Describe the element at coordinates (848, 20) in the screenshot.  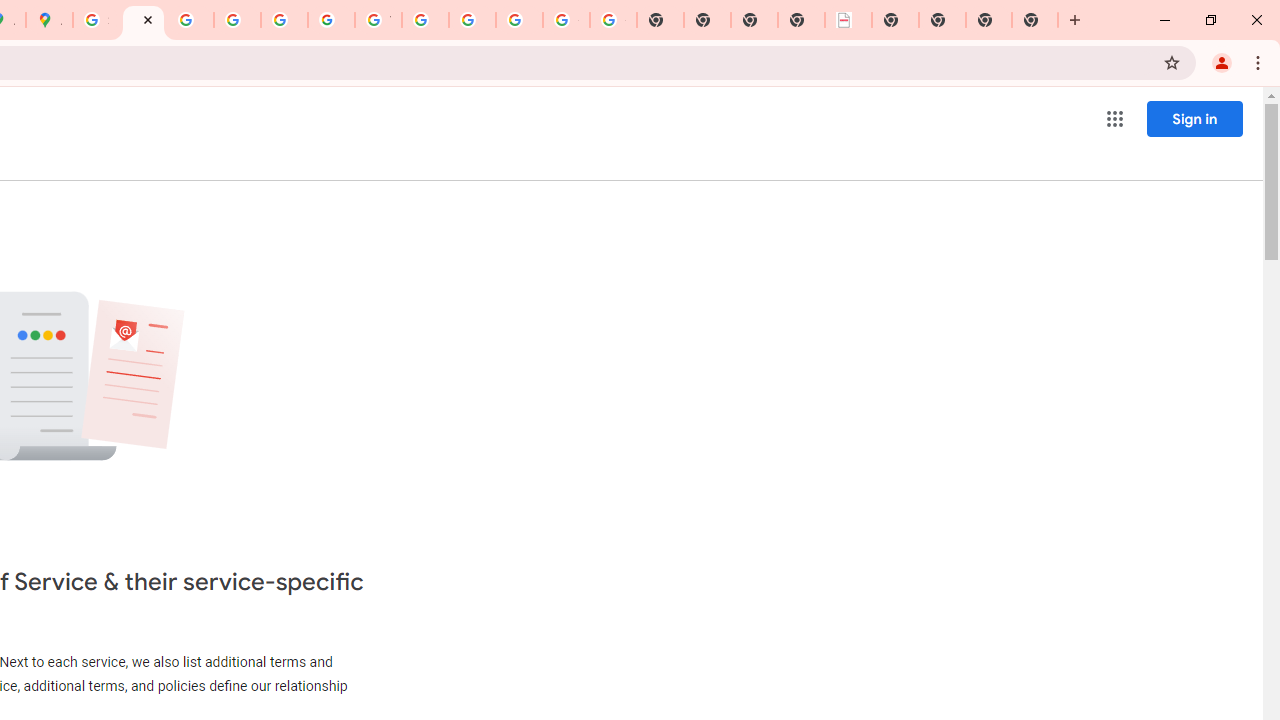
I see `'LAAD Defence & Security 2025 | BAE Systems'` at that location.